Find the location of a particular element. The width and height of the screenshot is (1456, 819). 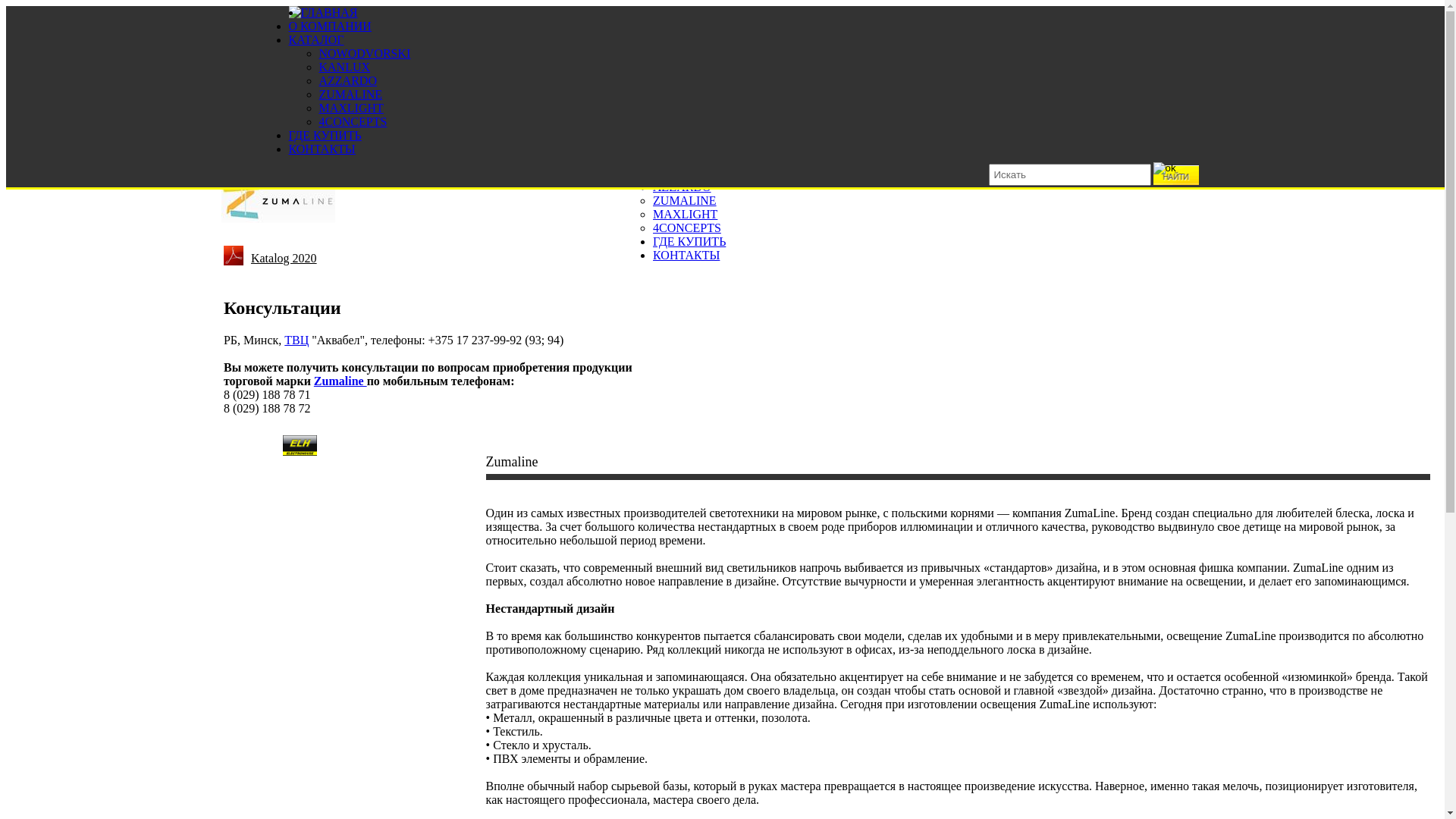

'AZZARDO' is located at coordinates (346, 80).